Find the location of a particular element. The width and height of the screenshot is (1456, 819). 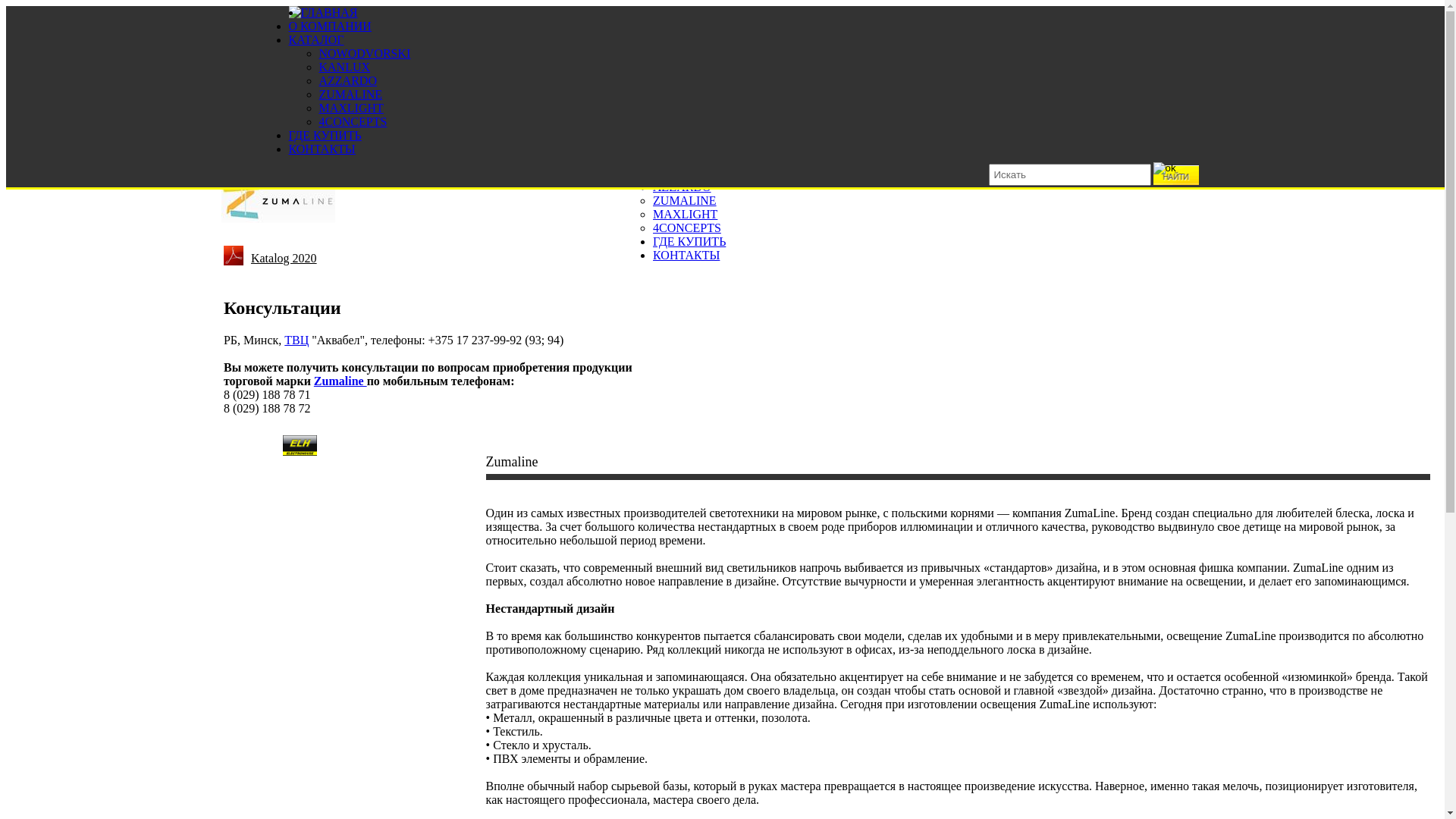

'AZZARDO' is located at coordinates (346, 80).